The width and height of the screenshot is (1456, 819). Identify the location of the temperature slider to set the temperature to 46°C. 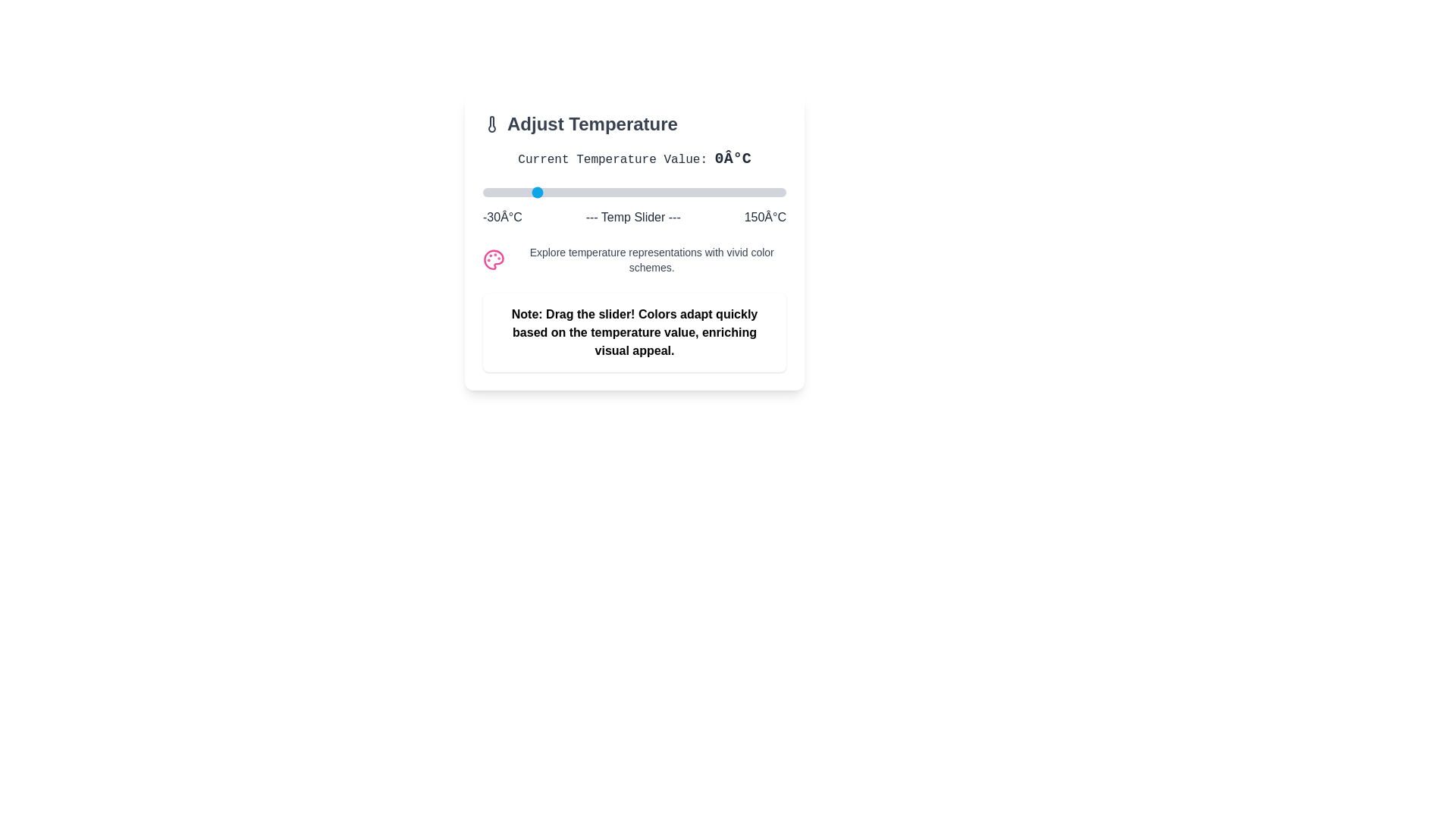
(610, 192).